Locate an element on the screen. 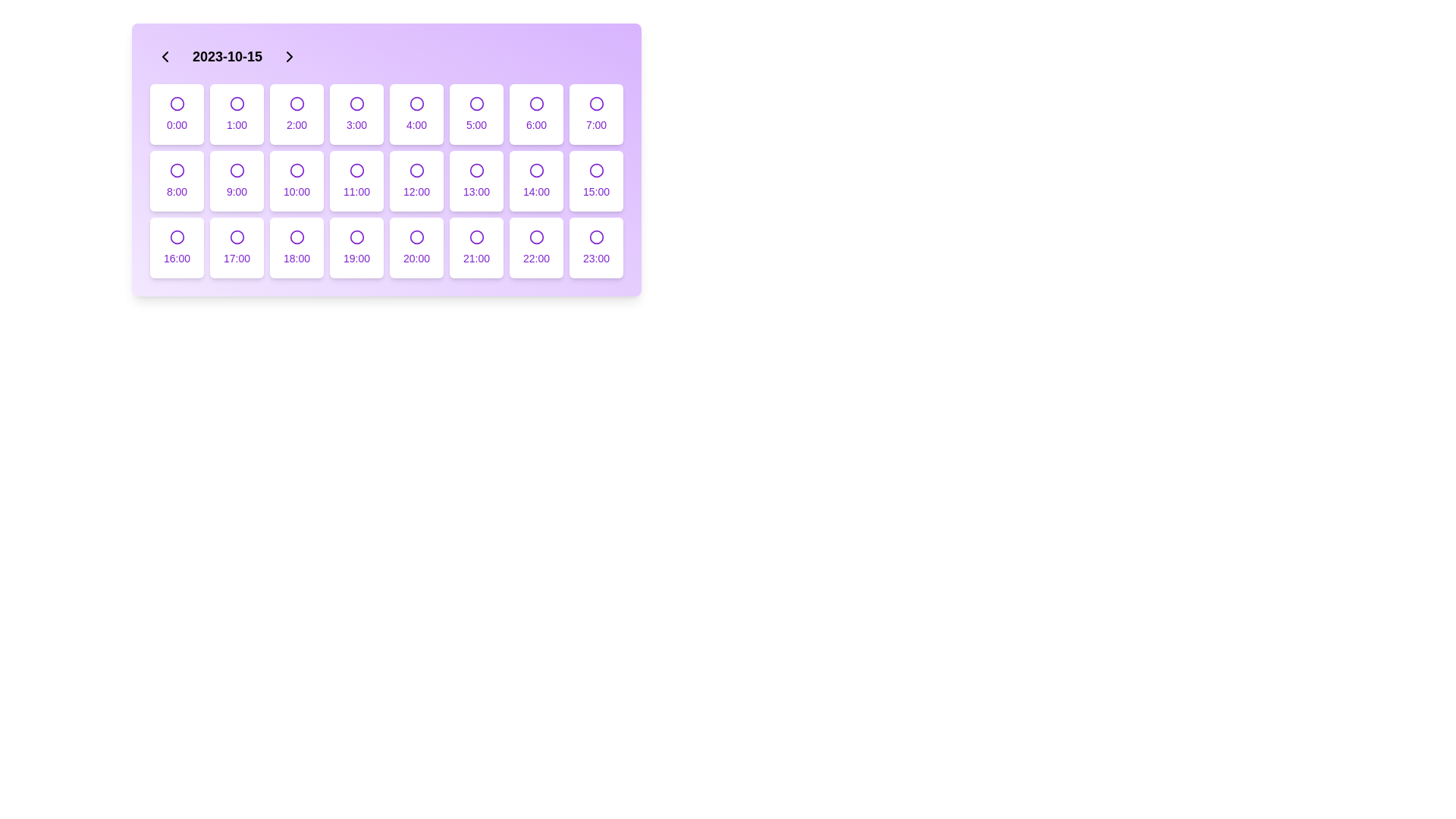 The height and width of the screenshot is (819, 1456). the selectable time slot button for 12:00 in the scheduling interface is located at coordinates (416, 180).